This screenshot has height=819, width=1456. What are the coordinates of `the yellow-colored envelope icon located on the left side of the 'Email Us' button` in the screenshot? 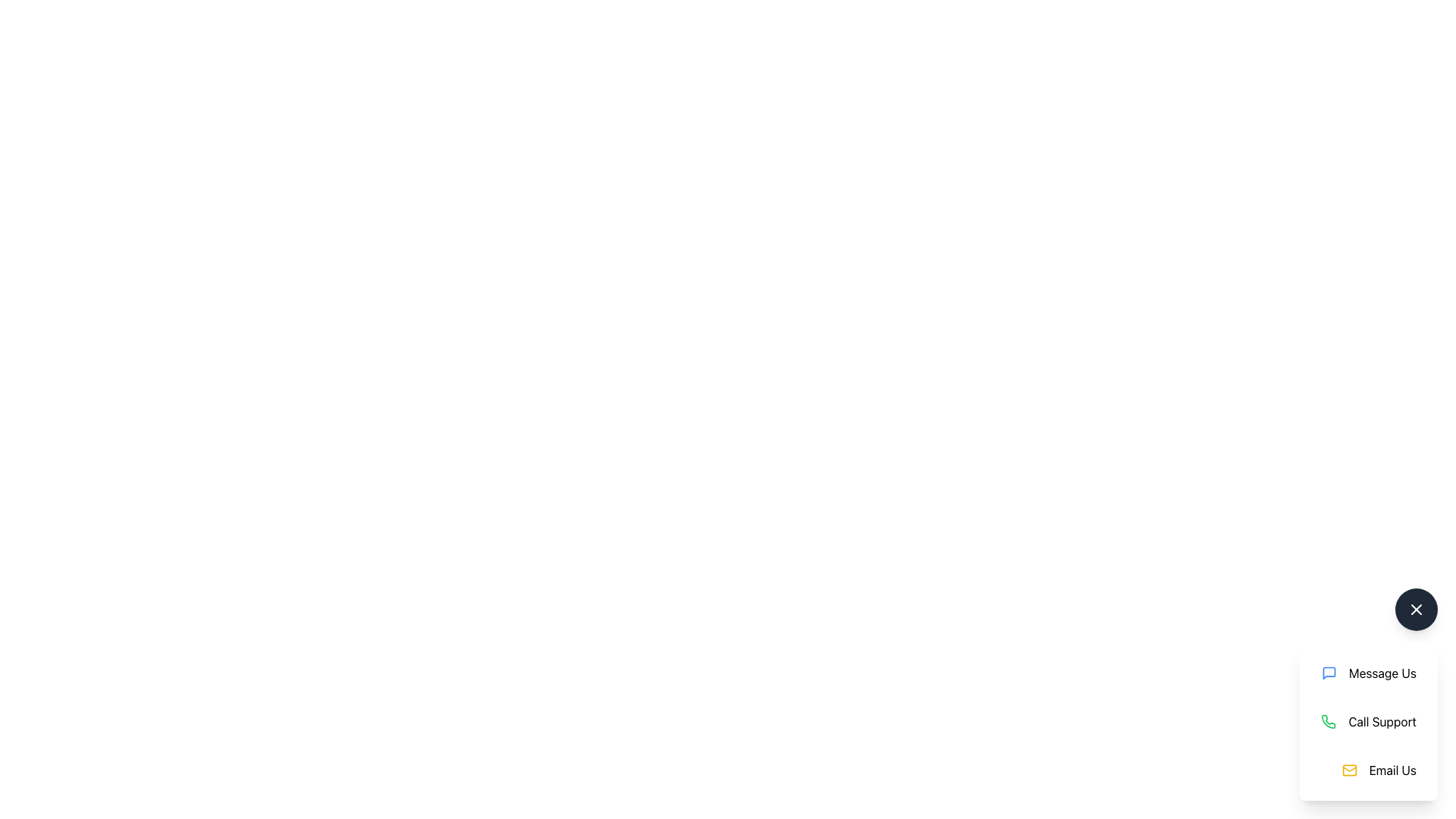 It's located at (1349, 770).